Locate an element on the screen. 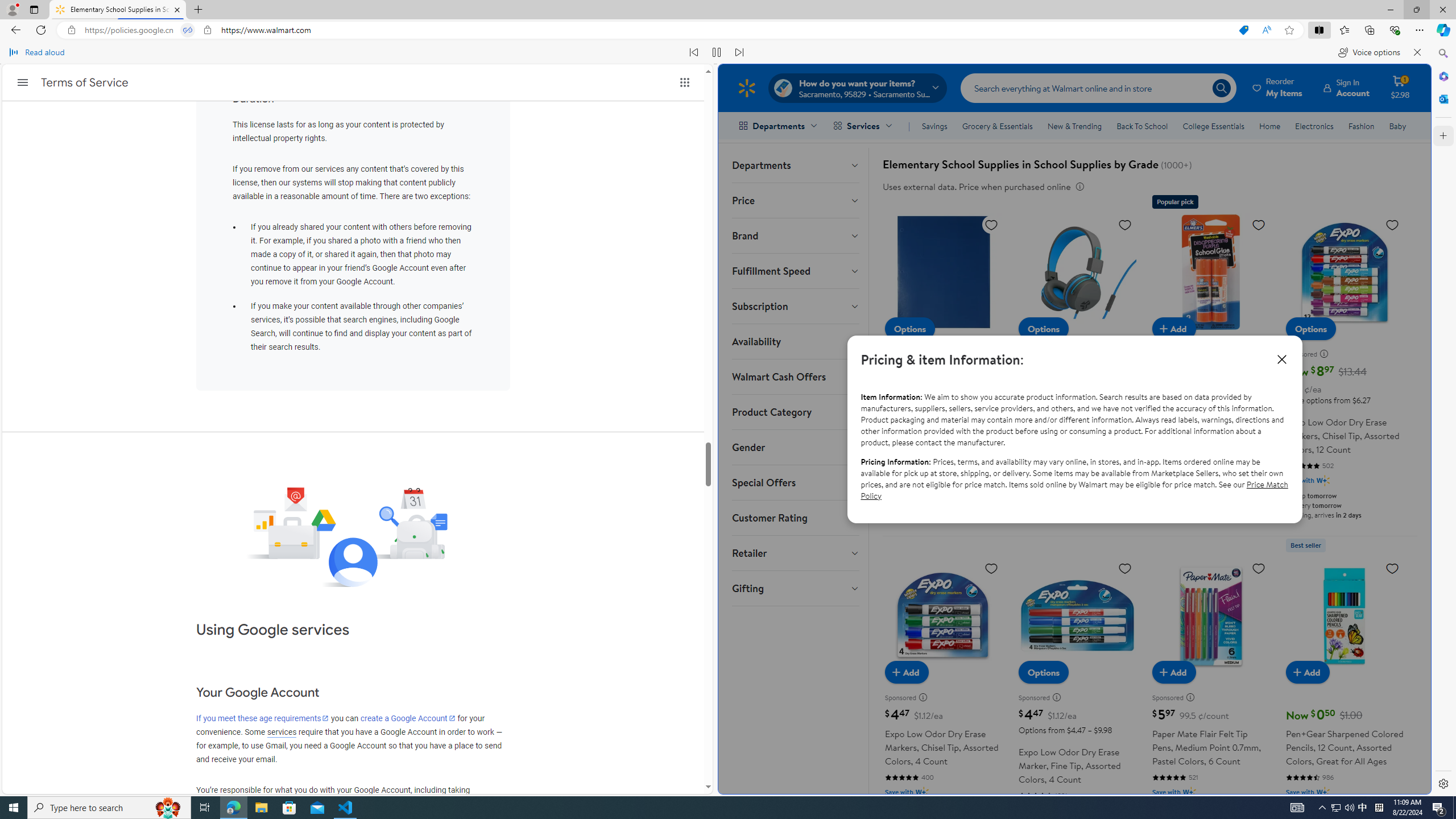 This screenshot has width=1456, height=819. 'This site has coupons! Shopping in Microsoft Edge, 7' is located at coordinates (1243, 30).